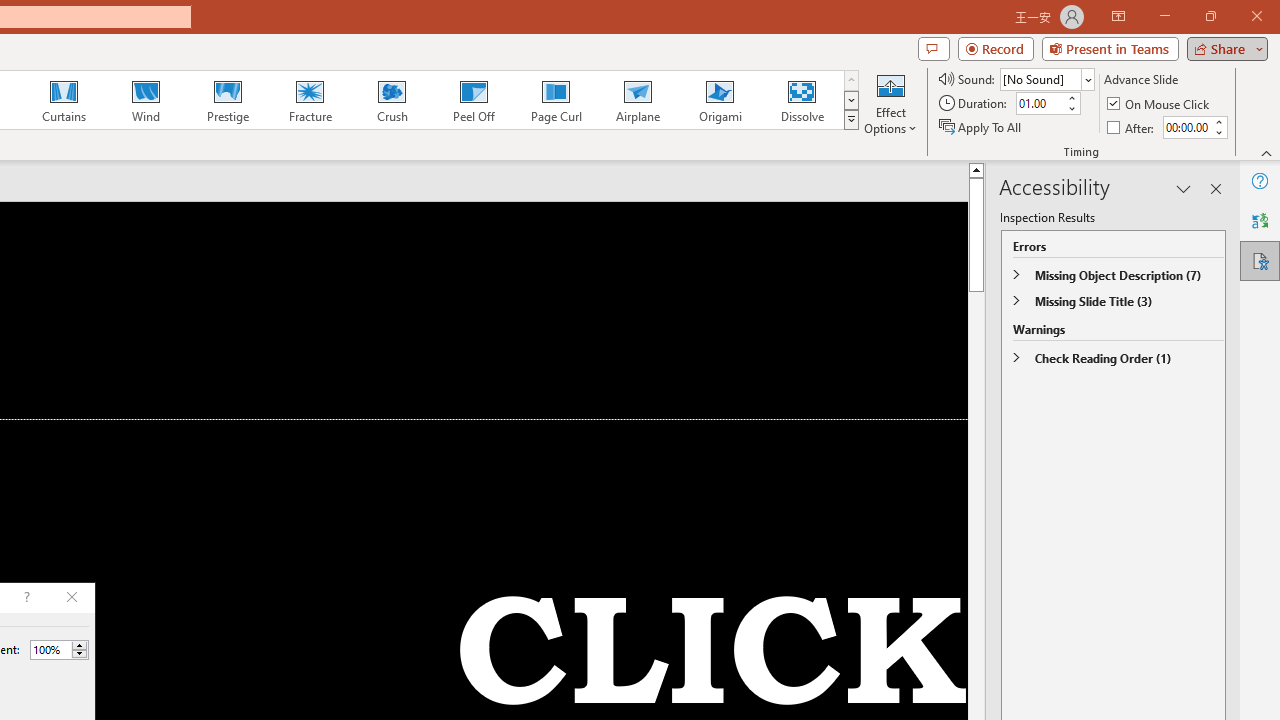 The width and height of the screenshot is (1280, 720). What do you see at coordinates (851, 120) in the screenshot?
I see `'Transition Effects'` at bounding box center [851, 120].